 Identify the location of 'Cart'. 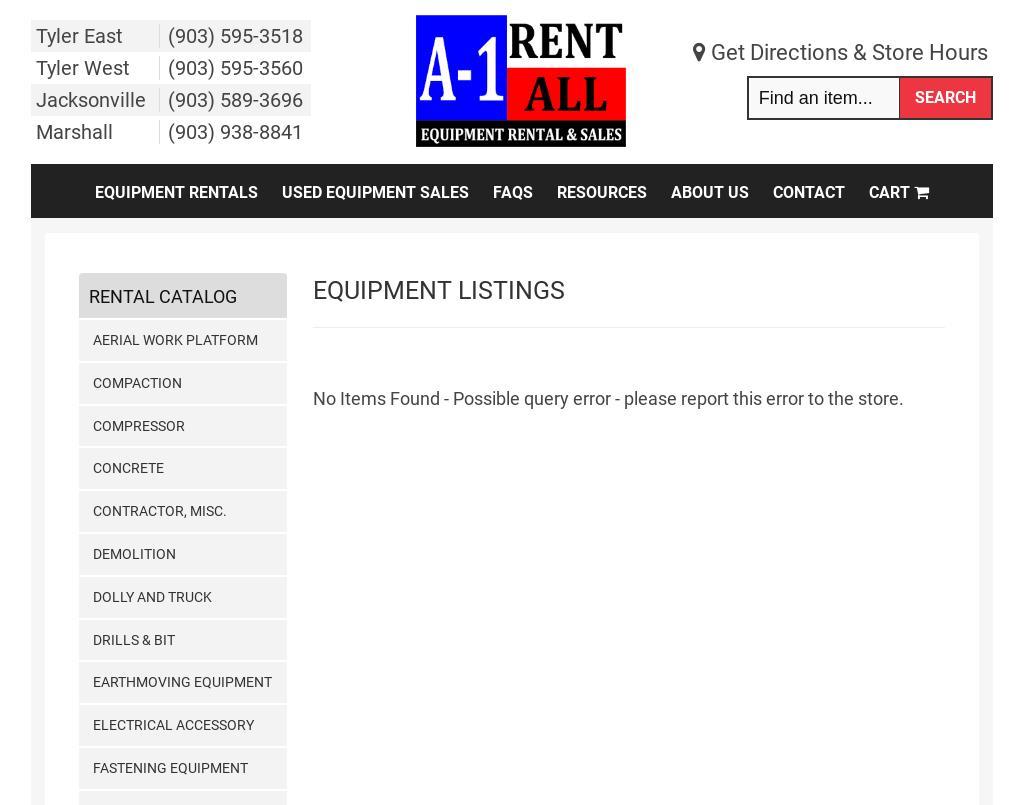
(890, 191).